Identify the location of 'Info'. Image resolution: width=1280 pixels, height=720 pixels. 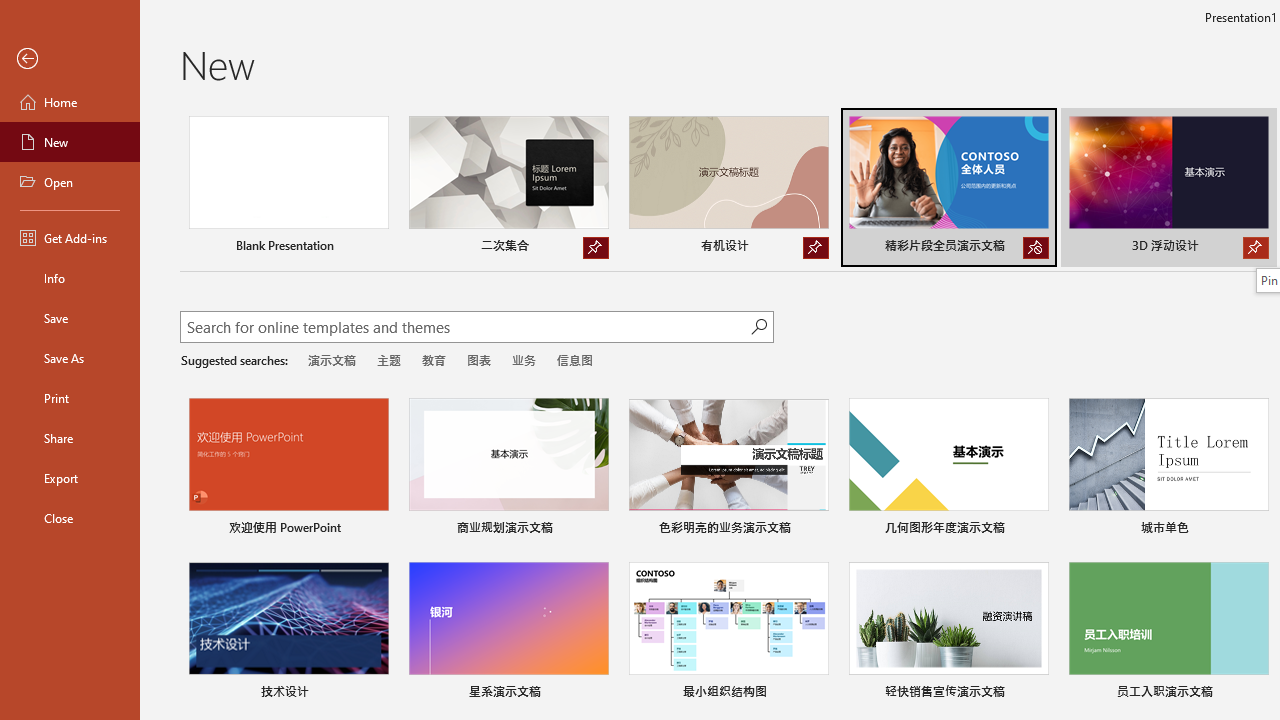
(69, 277).